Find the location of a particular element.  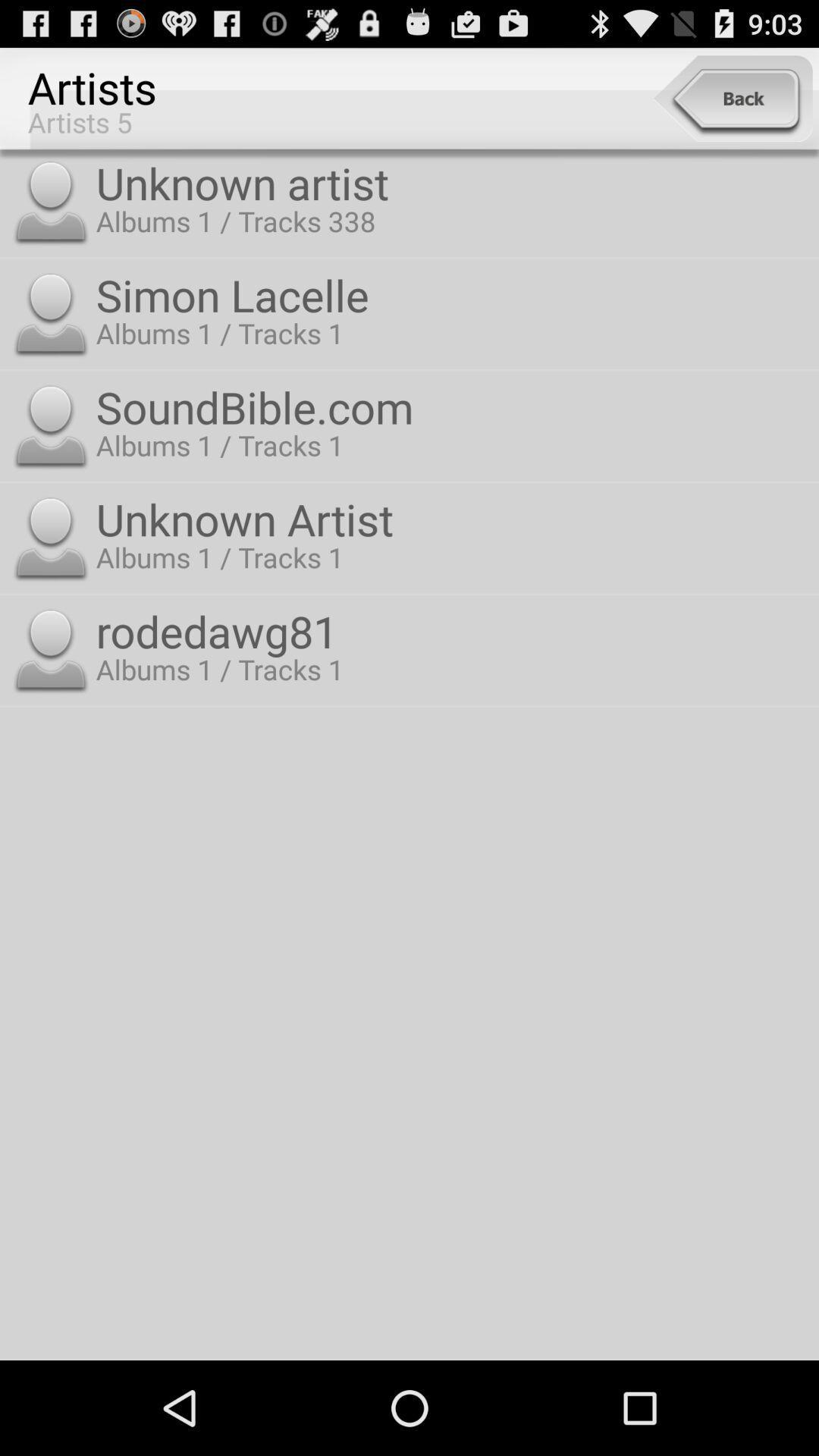

rodedawg81 app is located at coordinates (453, 631).